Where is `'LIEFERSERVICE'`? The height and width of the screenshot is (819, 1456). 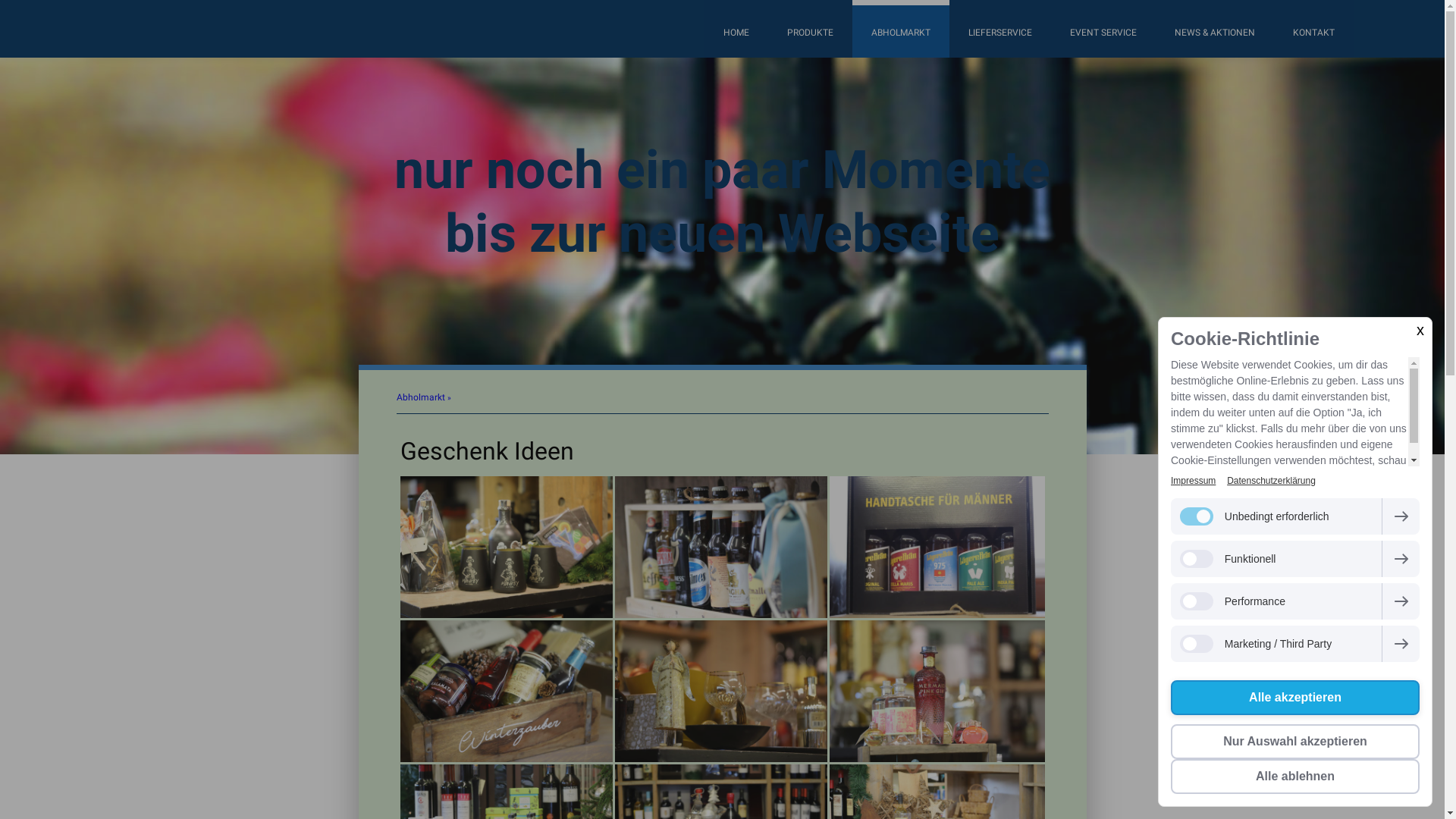
'LIEFERSERVICE' is located at coordinates (949, 29).